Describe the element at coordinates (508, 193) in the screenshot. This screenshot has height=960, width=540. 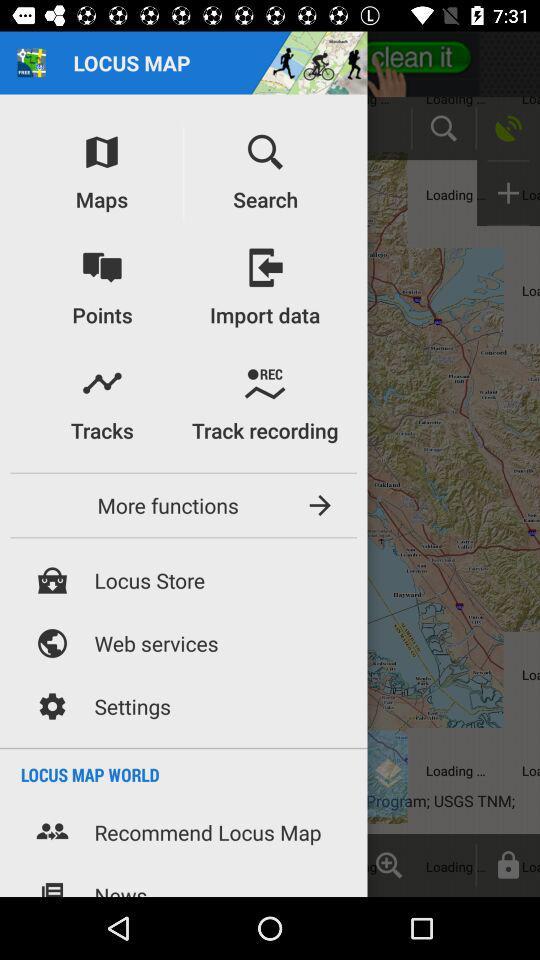
I see `the add icon` at that location.